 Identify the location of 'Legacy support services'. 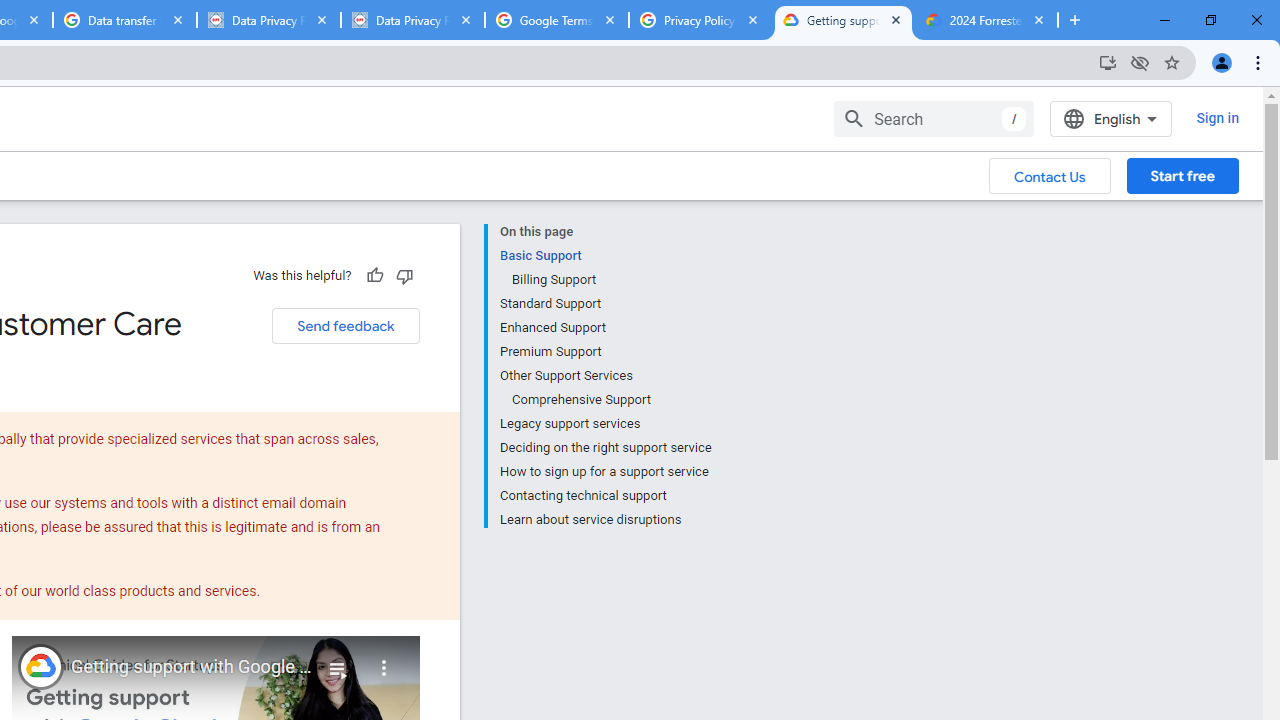
(604, 423).